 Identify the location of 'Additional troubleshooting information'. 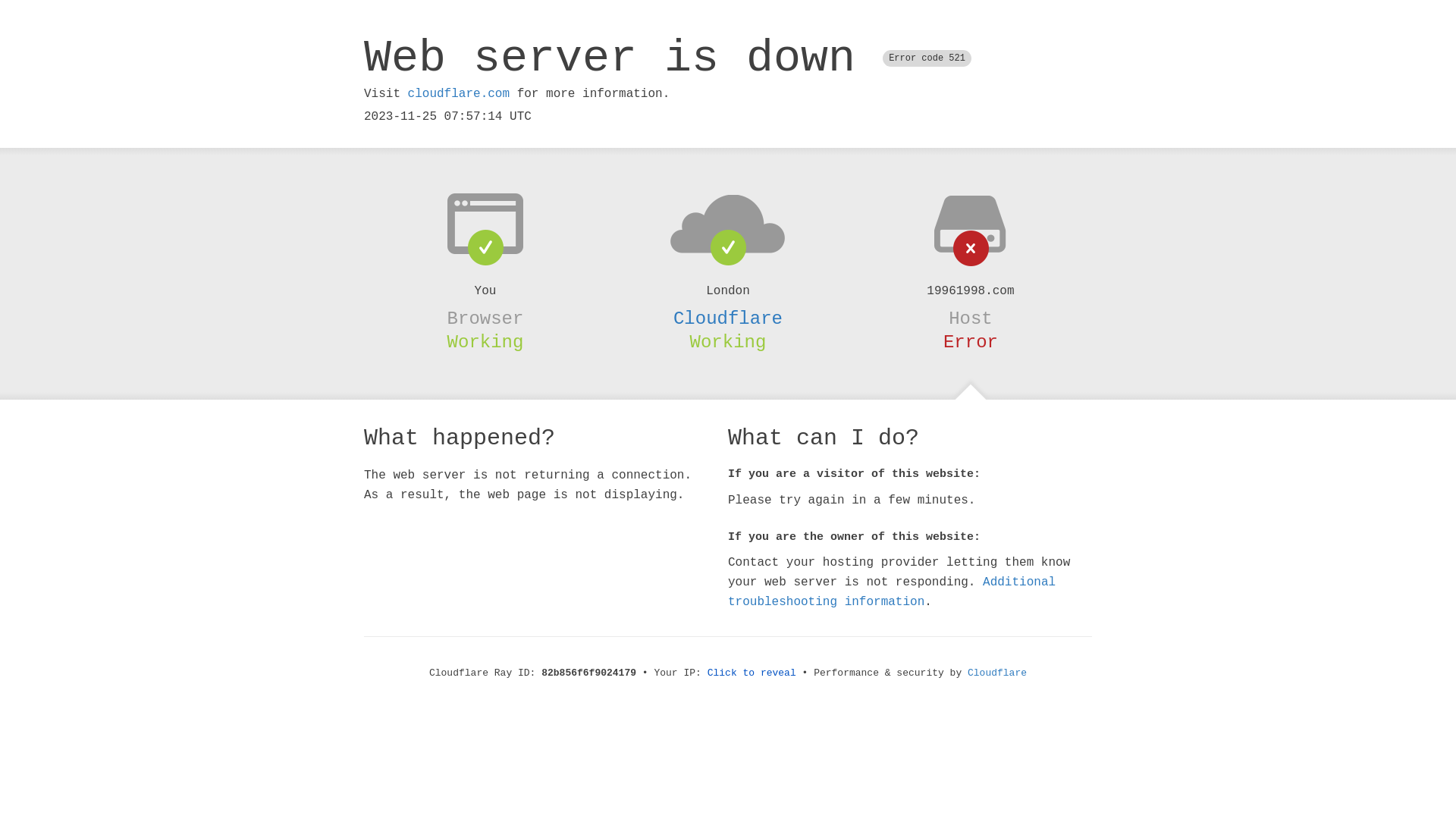
(892, 591).